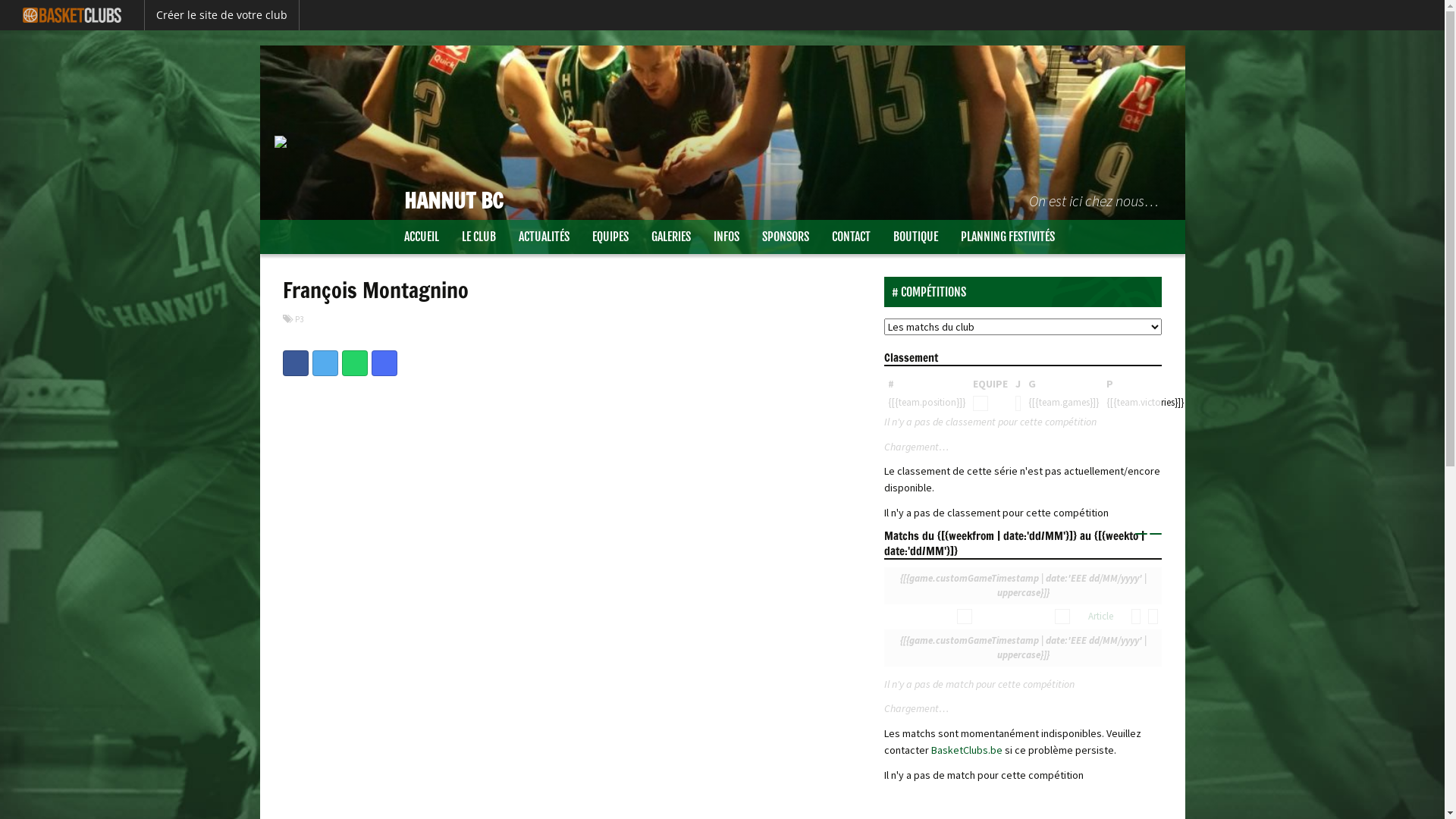 The image size is (1456, 819). I want to click on 'BasketClubs.be', so click(930, 748).